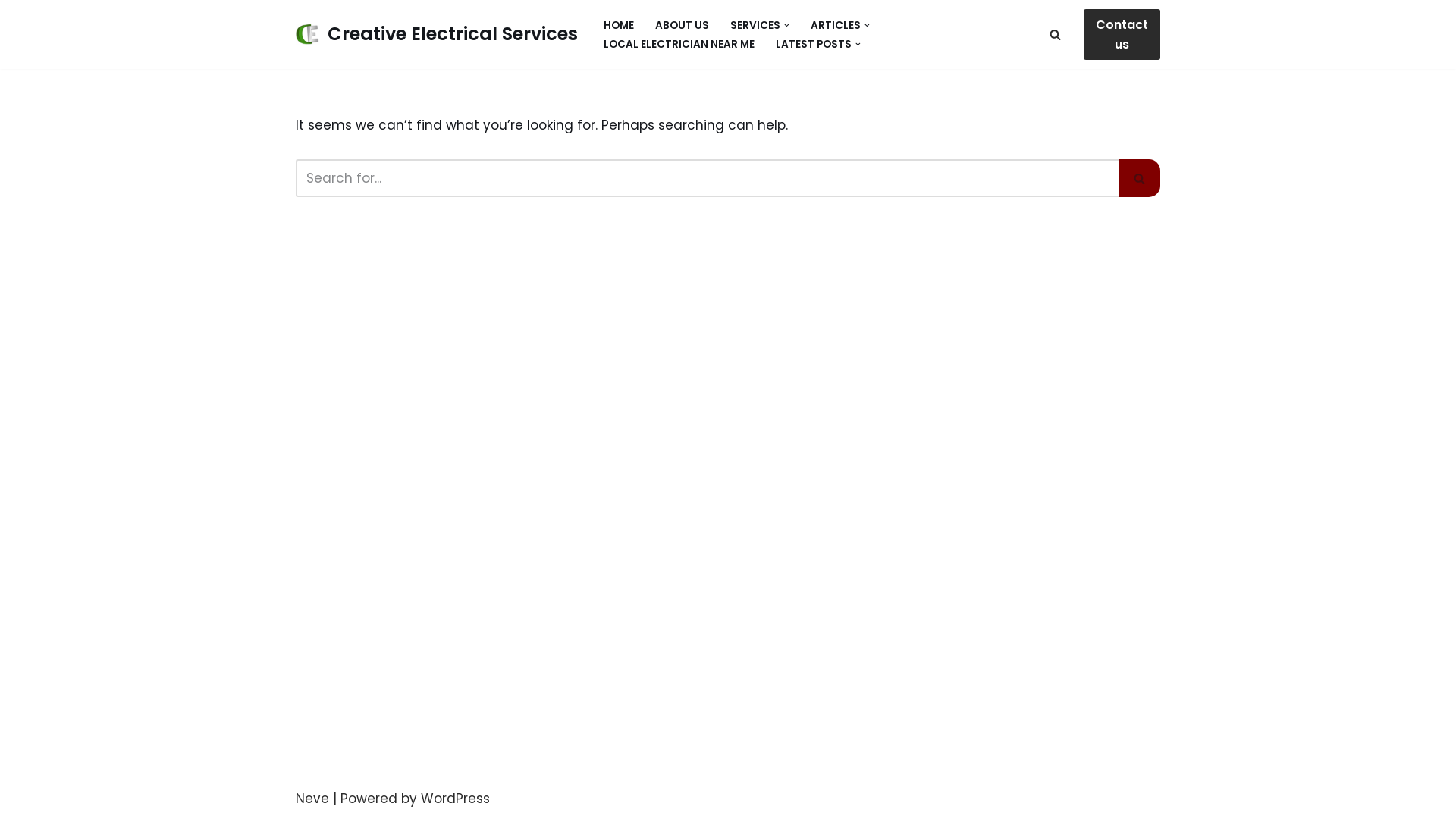 This screenshot has width=1456, height=819. I want to click on 'Skip to content', so click(11, 32).